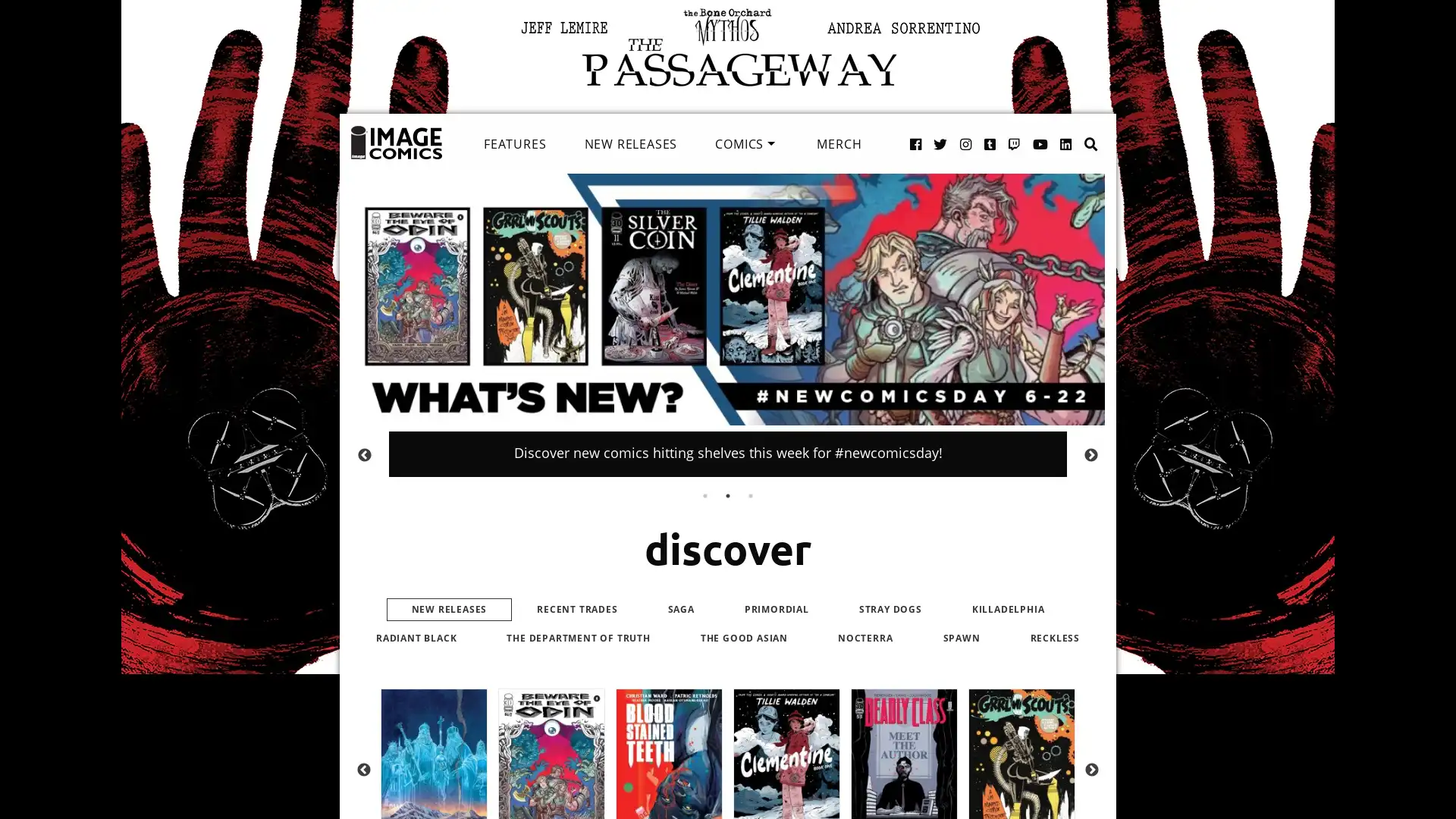 Image resolution: width=1456 pixels, height=819 pixels. Describe the element at coordinates (364, 454) in the screenshot. I see `Previous` at that location.